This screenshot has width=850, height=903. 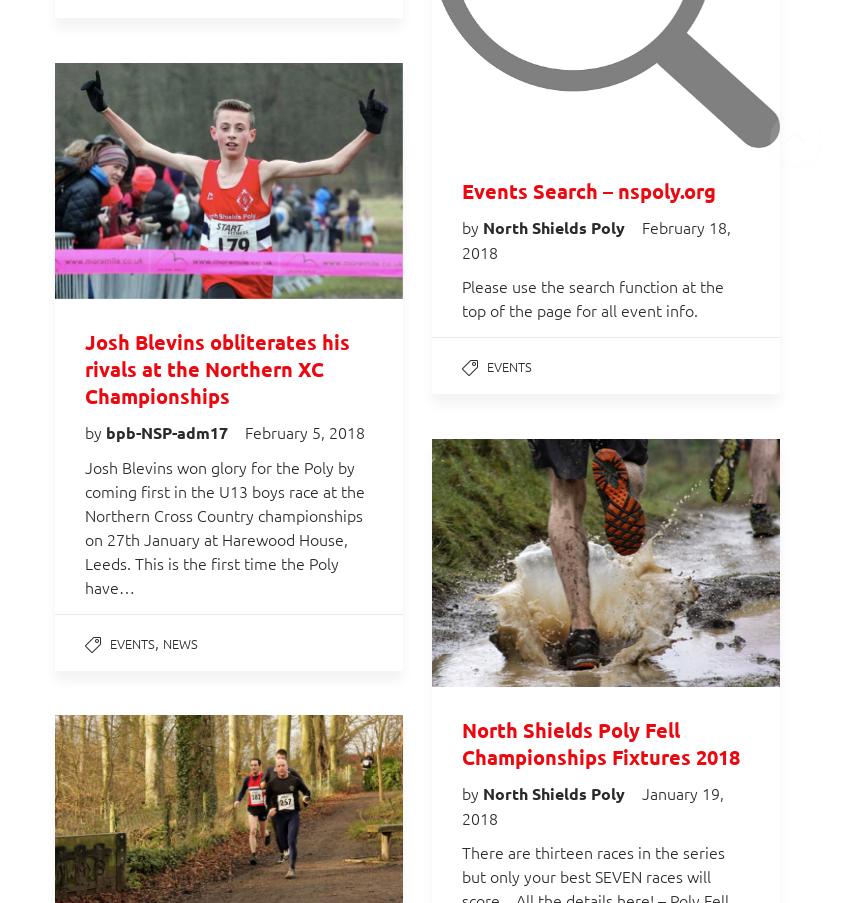 What do you see at coordinates (592, 295) in the screenshot?
I see `'Please use the search function at the top of the page for all event info.'` at bounding box center [592, 295].